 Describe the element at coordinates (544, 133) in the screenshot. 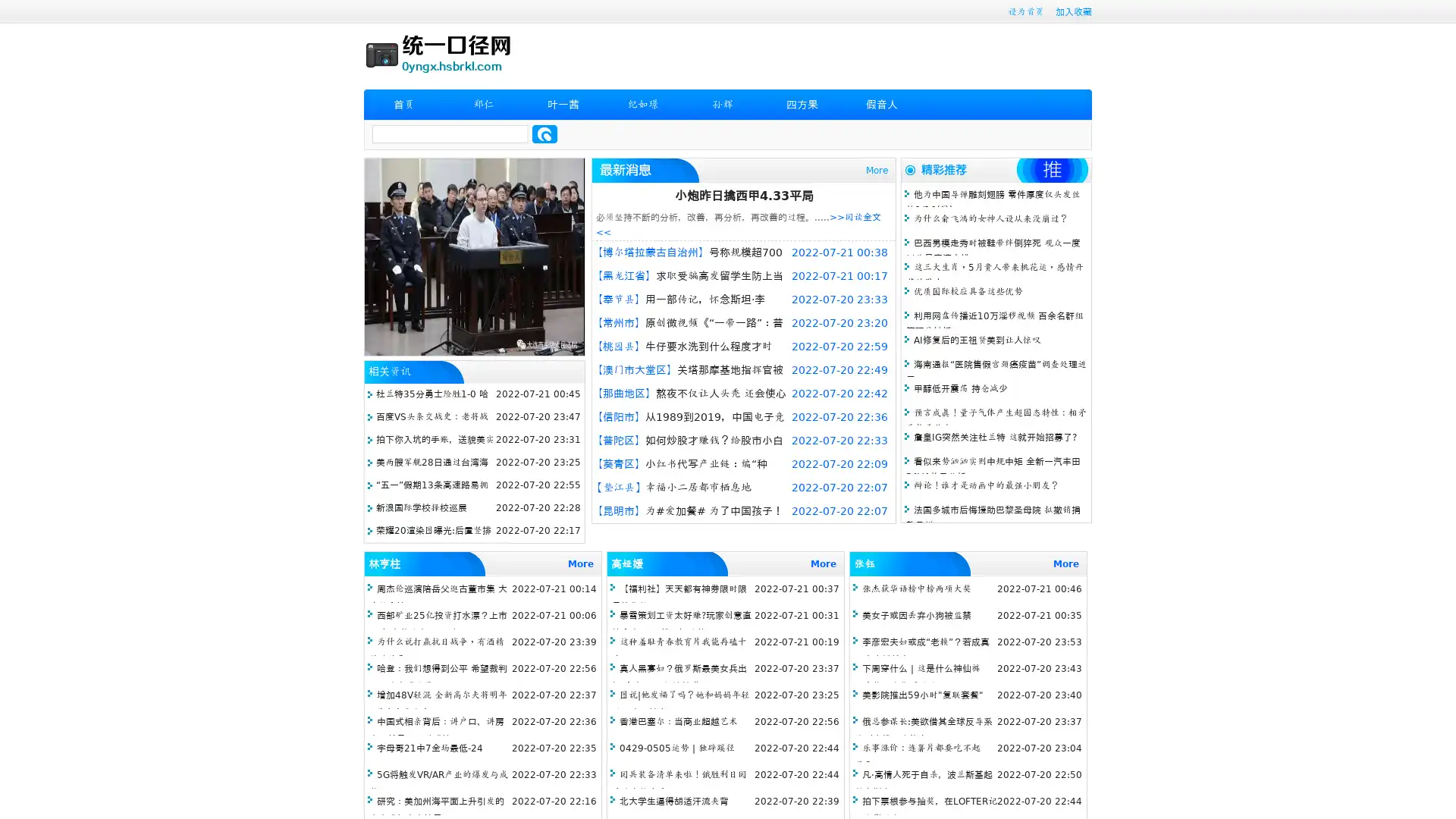

I see `Search` at that location.